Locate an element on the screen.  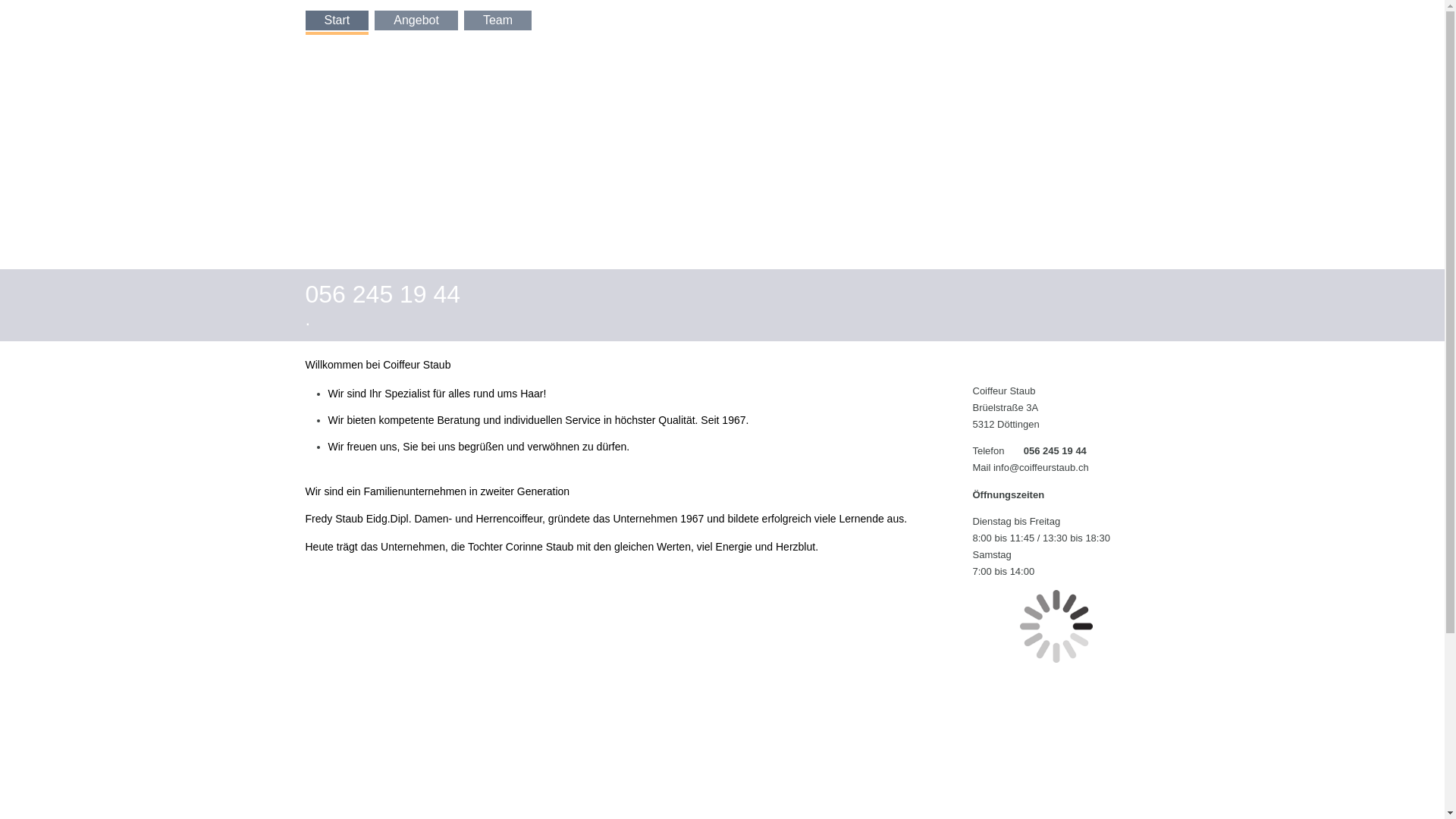
'Start' is located at coordinates (336, 20).